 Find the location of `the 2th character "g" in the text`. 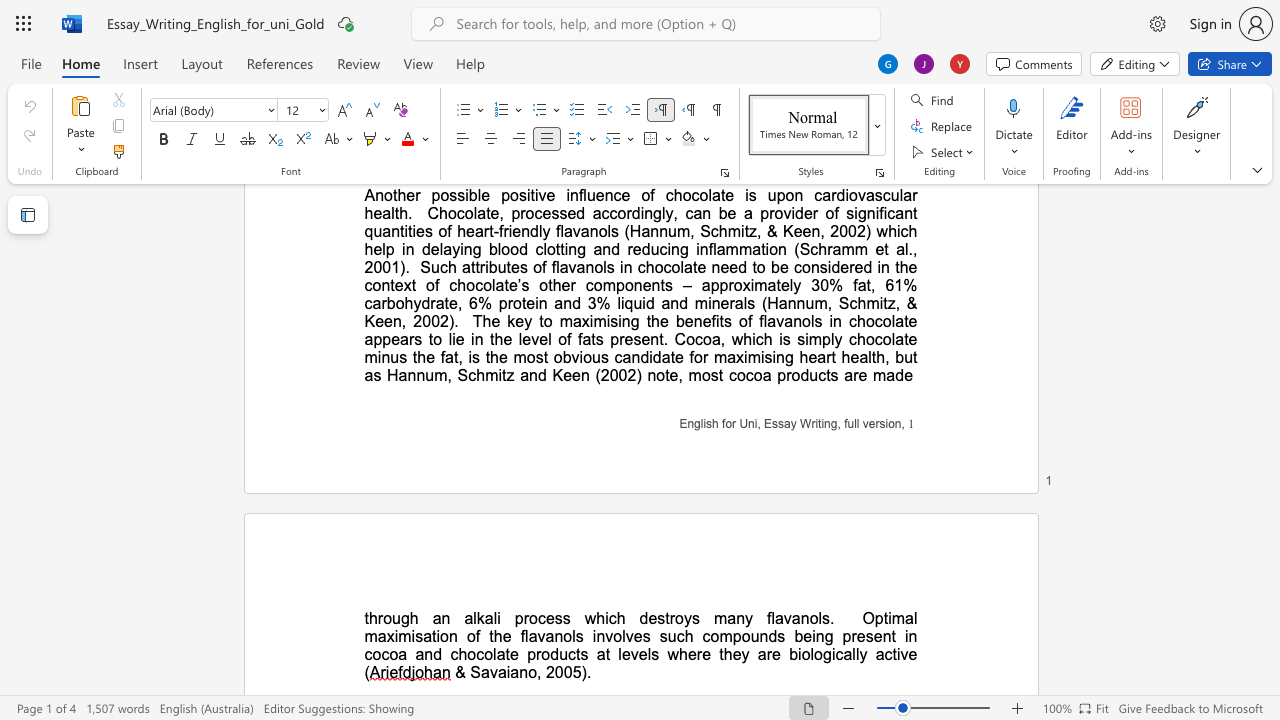

the 2th character "g" in the text is located at coordinates (827, 654).